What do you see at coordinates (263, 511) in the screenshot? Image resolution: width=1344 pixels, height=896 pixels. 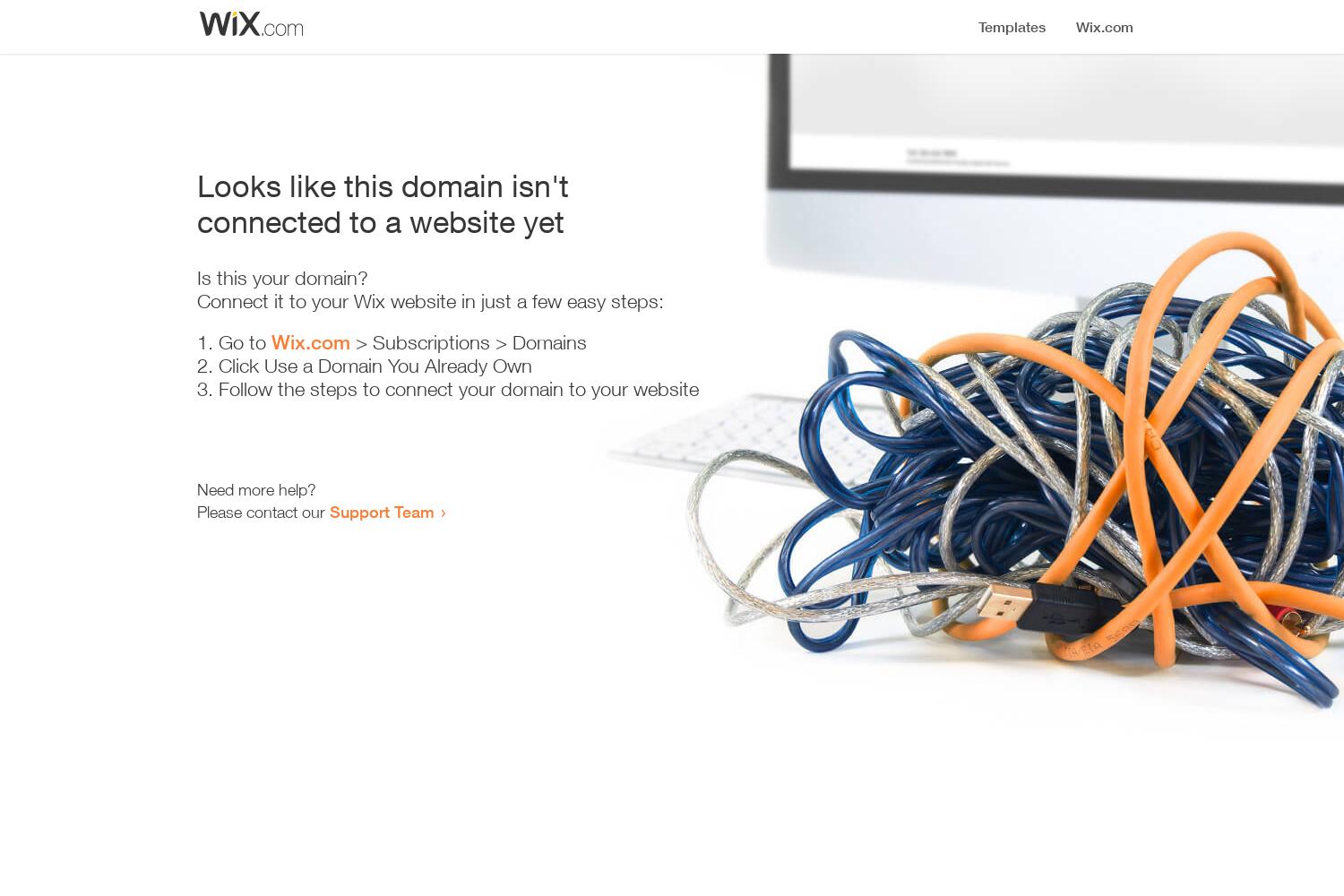 I see `'Please contact our'` at bounding box center [263, 511].